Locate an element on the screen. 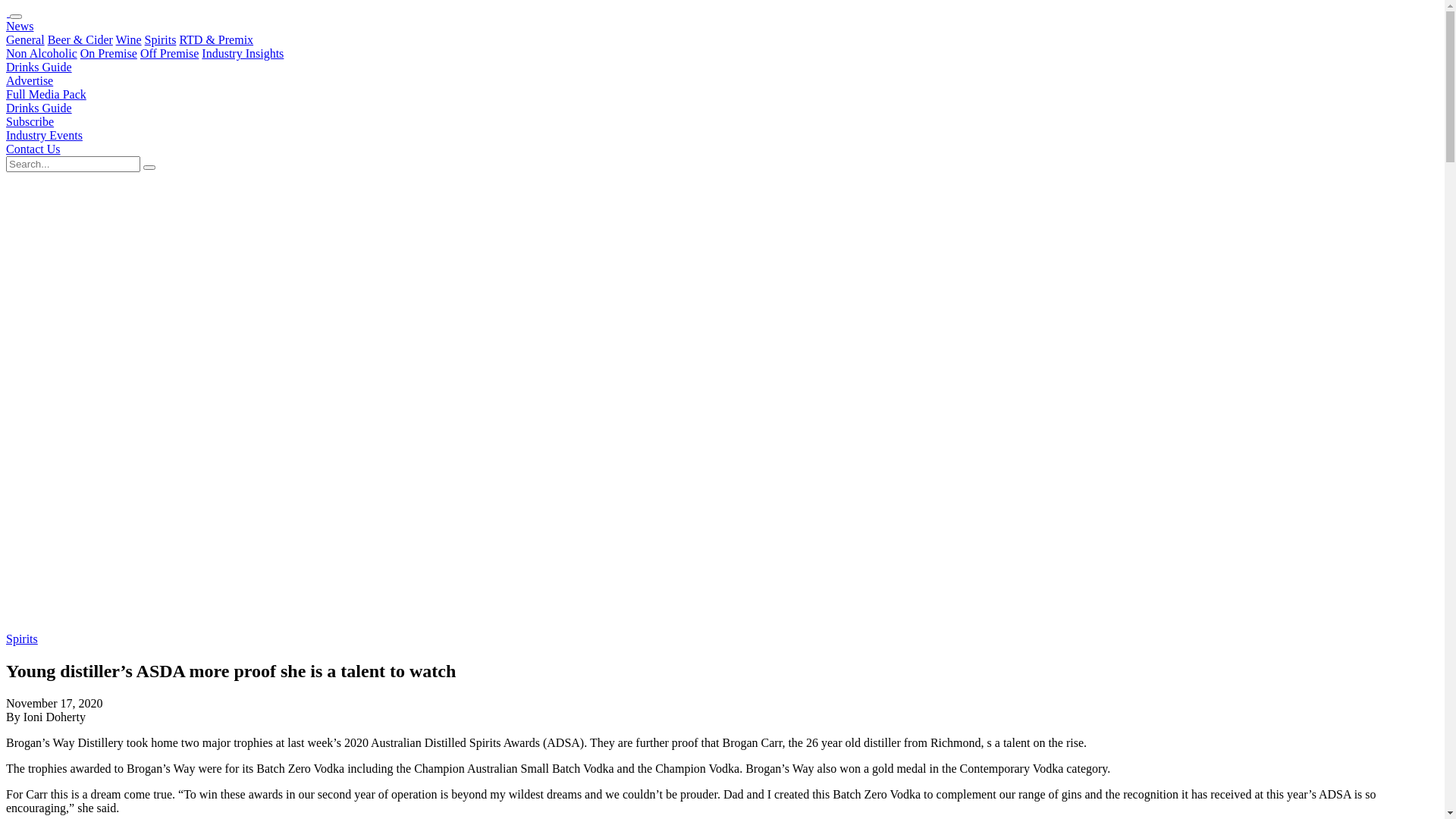 The height and width of the screenshot is (819, 1456). 'Beer & Cider' is located at coordinates (79, 39).